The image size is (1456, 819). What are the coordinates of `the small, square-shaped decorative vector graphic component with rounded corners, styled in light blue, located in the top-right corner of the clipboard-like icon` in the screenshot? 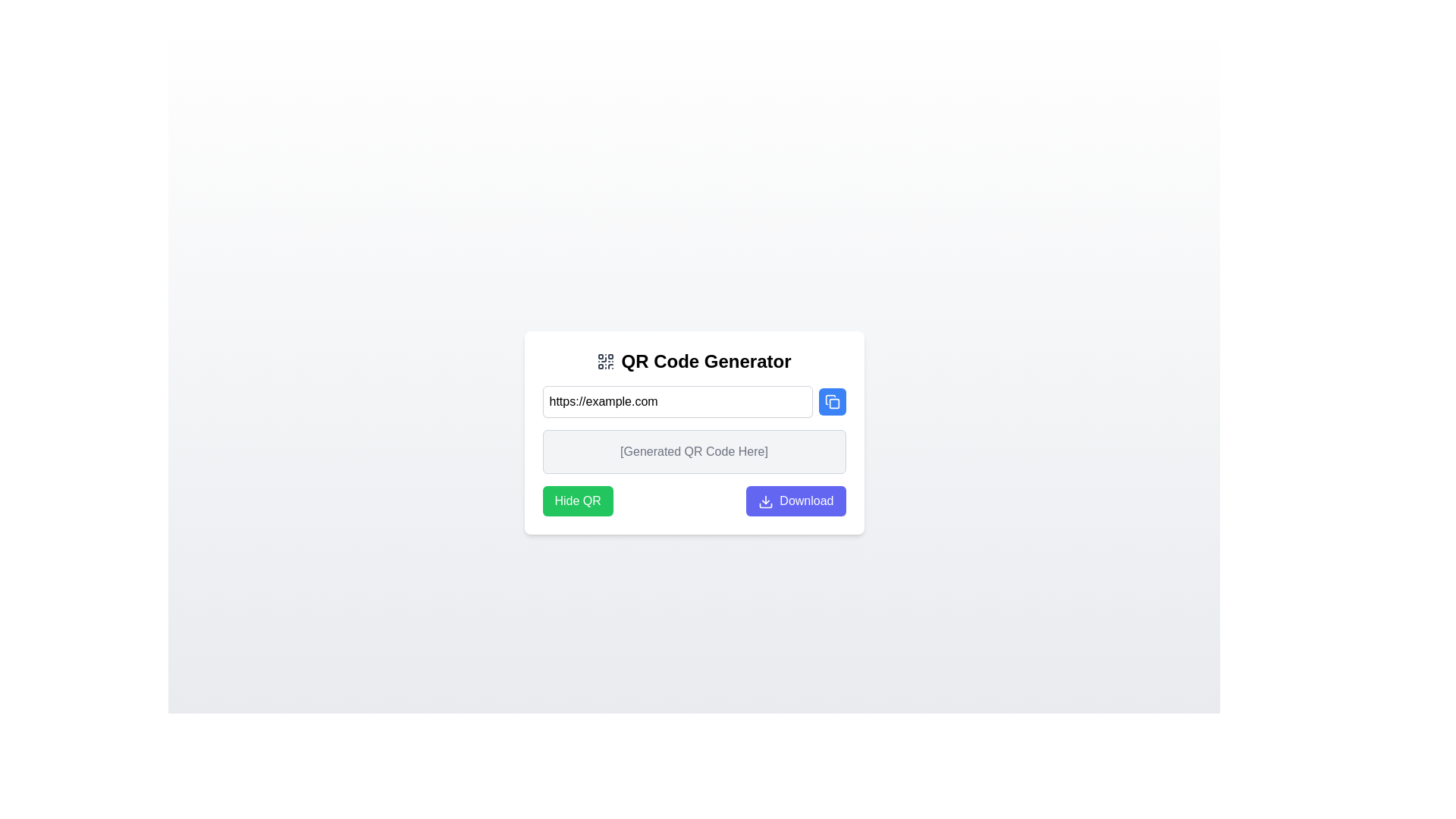 It's located at (833, 403).